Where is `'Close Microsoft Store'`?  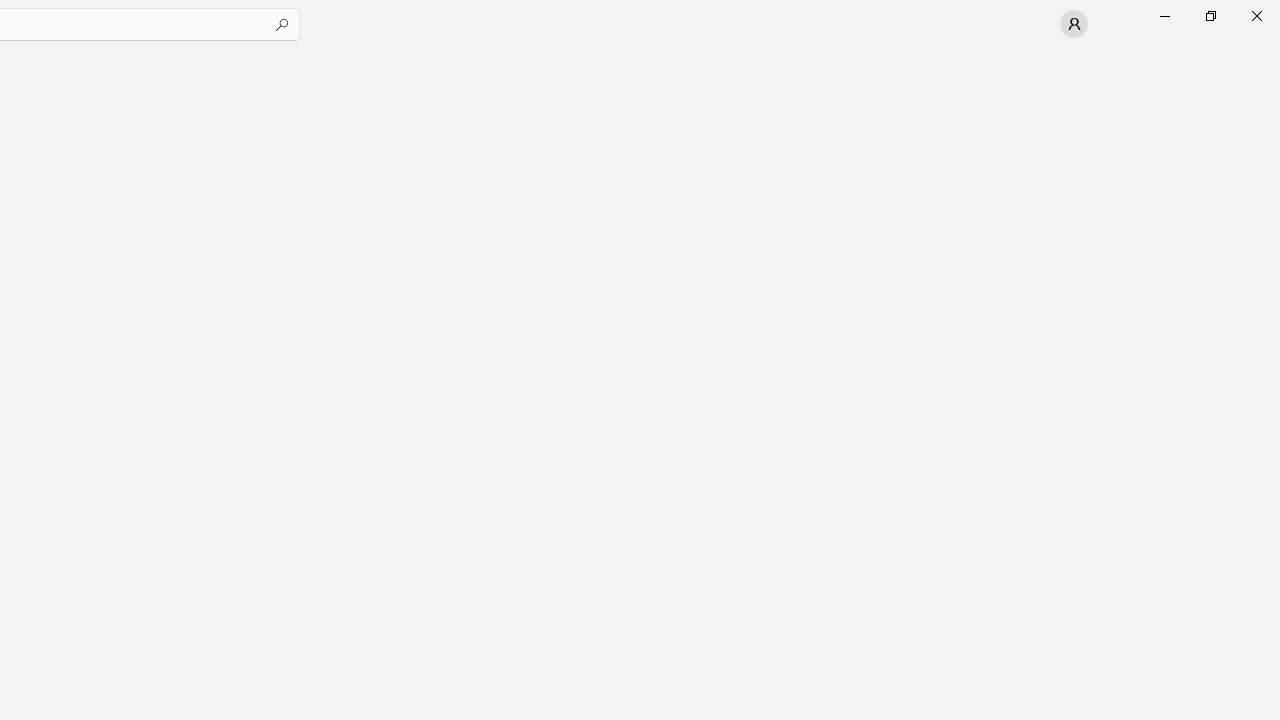
'Close Microsoft Store' is located at coordinates (1255, 15).